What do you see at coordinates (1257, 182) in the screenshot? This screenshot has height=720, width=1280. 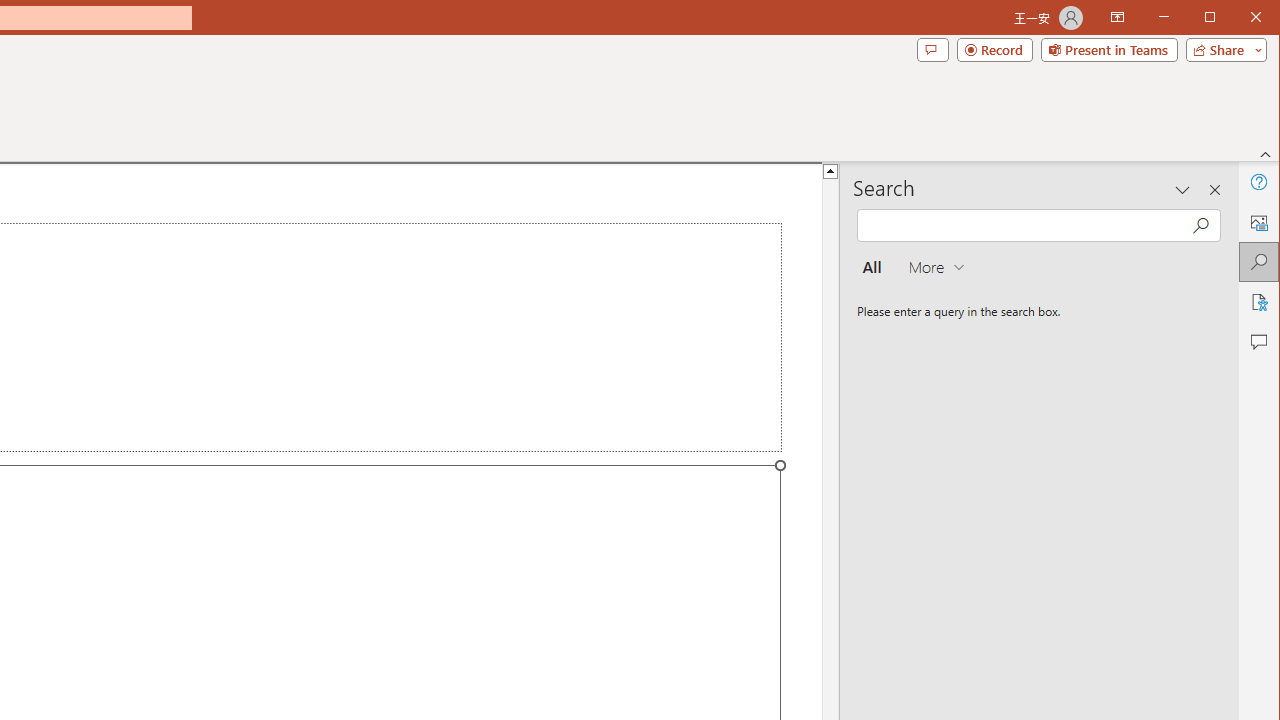 I see `'Help'` at bounding box center [1257, 182].